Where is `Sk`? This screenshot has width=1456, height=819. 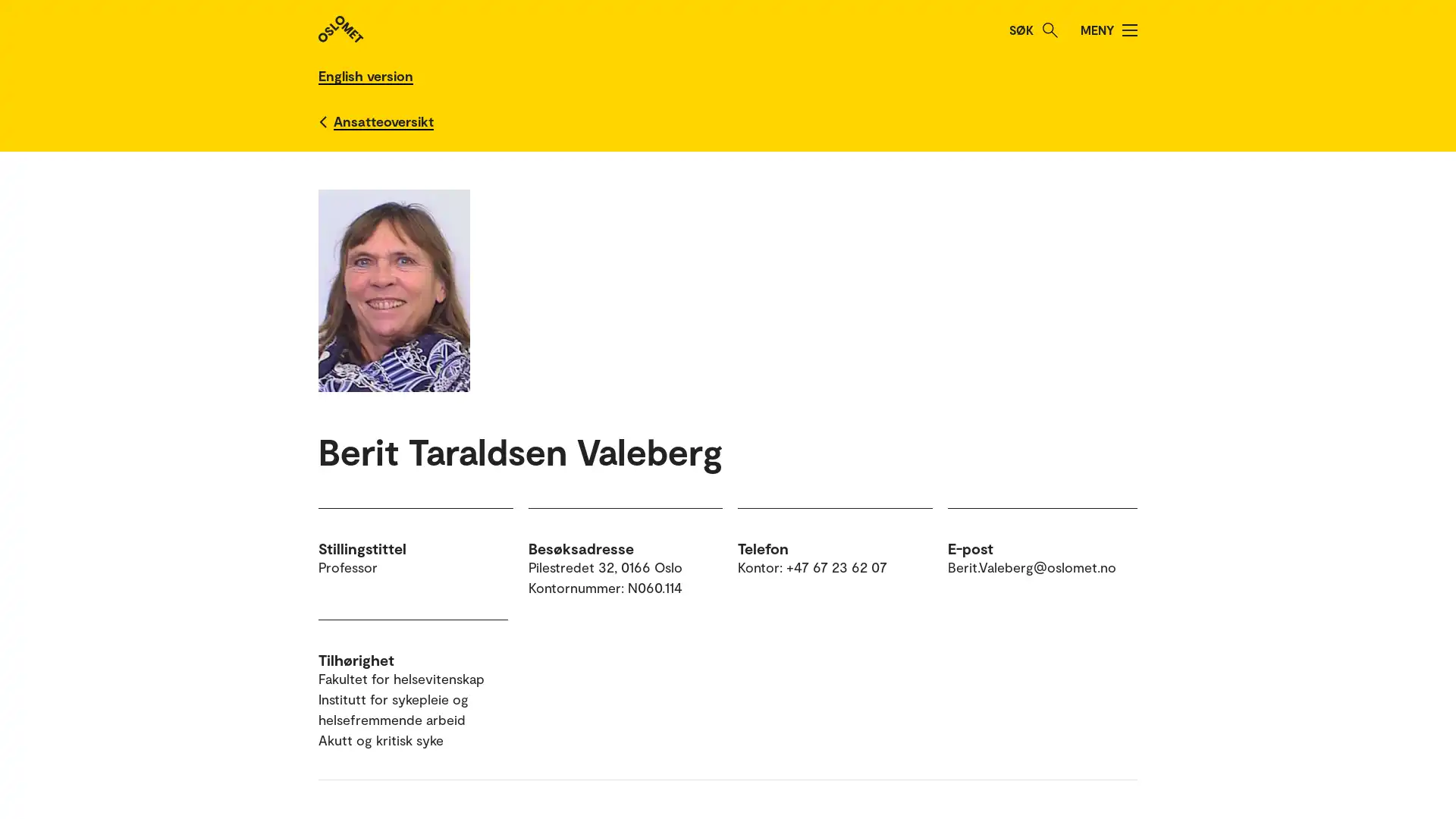 Sk is located at coordinates (1050, 30).